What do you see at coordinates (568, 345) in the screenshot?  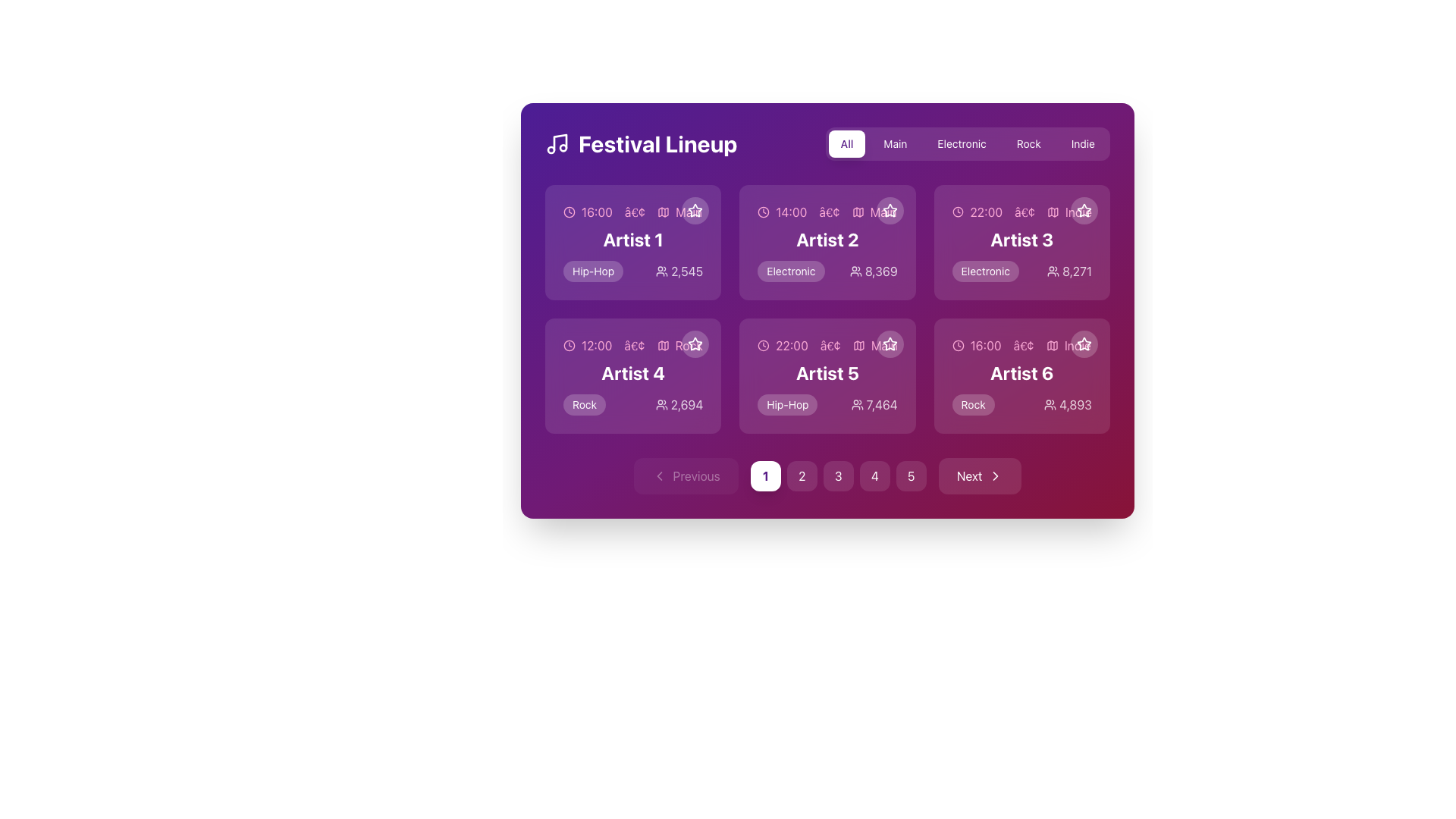 I see `the circular SVG graphical element representing a clock icon, located at the top-left corner of the card for 'Artist 4'` at bounding box center [568, 345].